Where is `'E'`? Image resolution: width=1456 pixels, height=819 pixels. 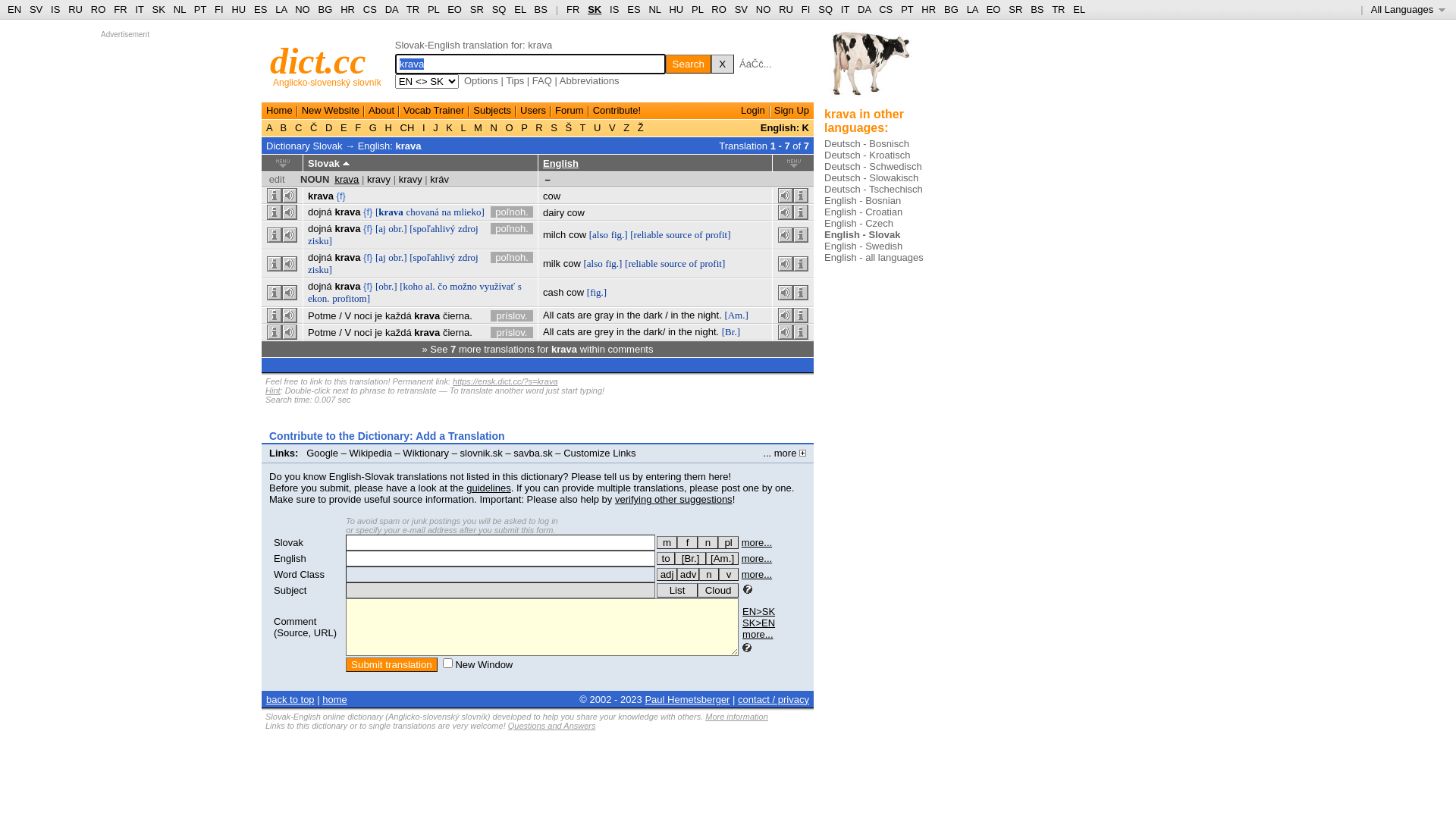
'E' is located at coordinates (342, 127).